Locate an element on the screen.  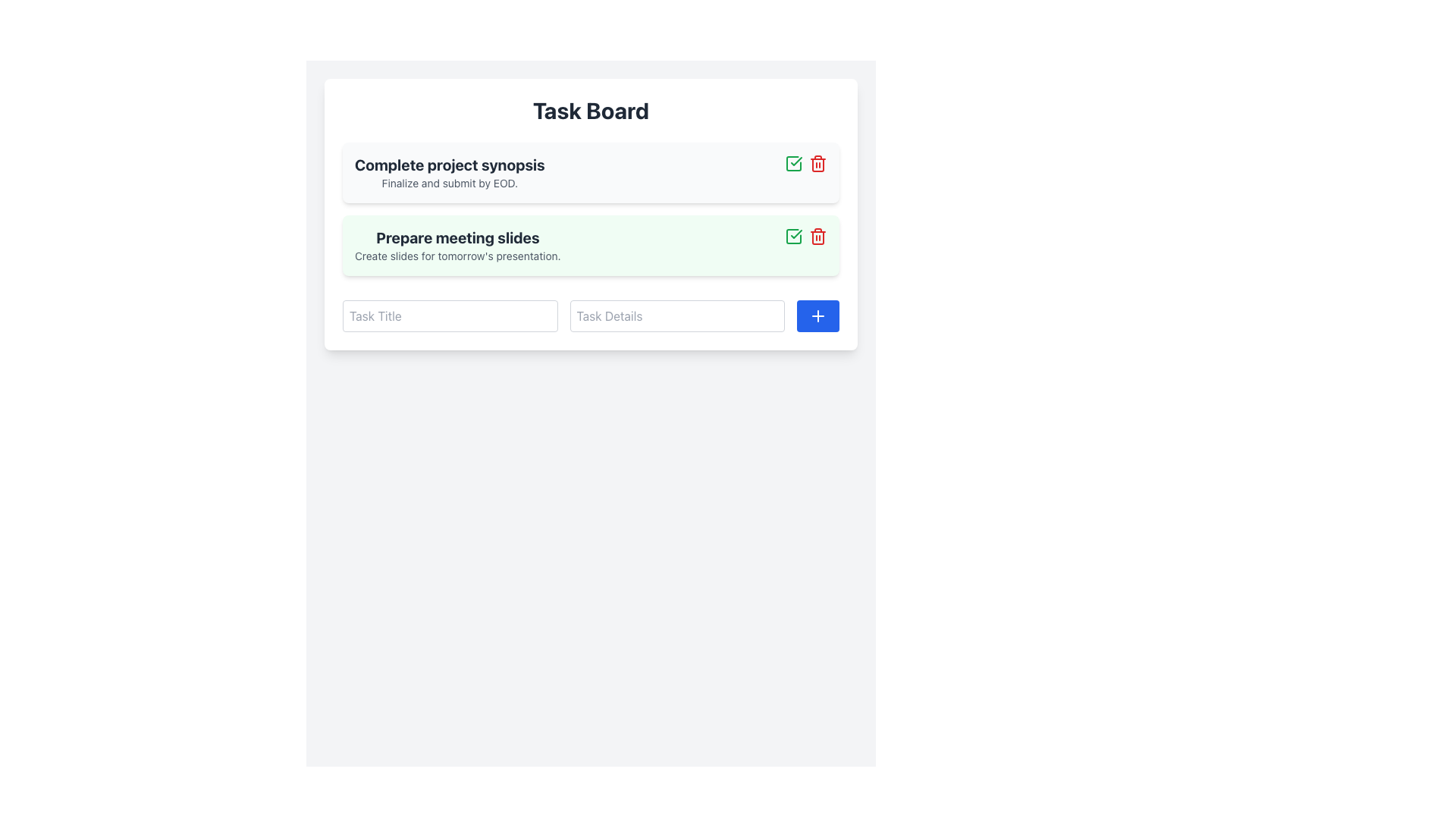
the plus-shaped icon button with a blue square background located in the bottom-right part of the interface is located at coordinates (817, 315).